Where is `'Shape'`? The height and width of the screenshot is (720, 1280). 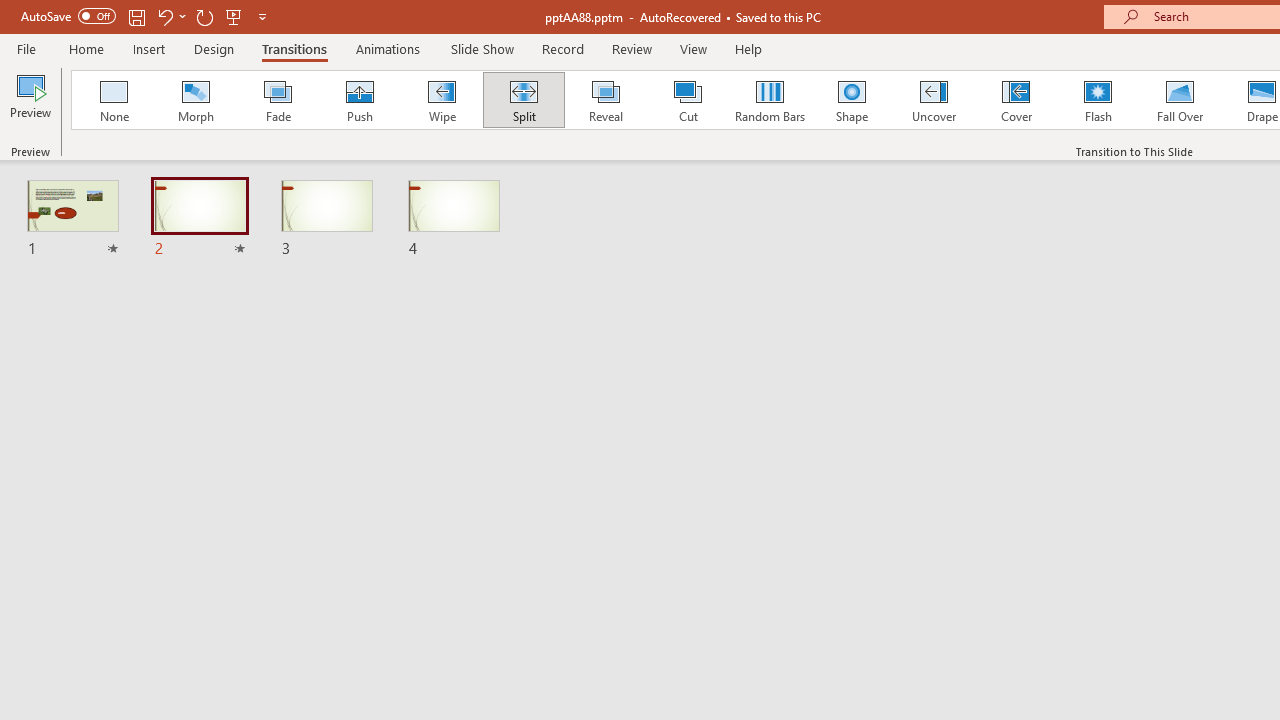
'Shape' is located at coordinates (852, 100).